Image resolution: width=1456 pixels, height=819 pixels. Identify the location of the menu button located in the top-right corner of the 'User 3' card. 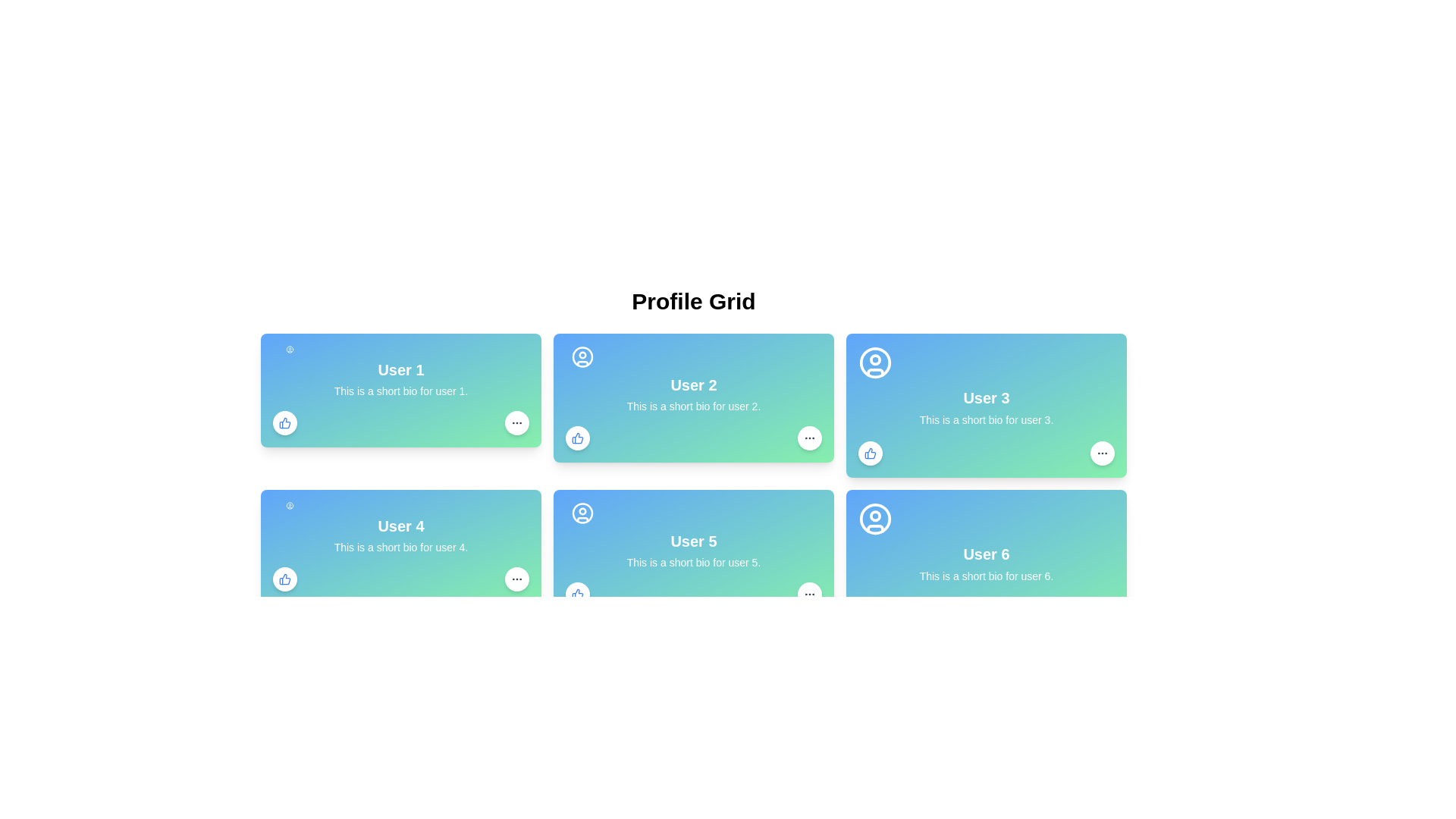
(1103, 452).